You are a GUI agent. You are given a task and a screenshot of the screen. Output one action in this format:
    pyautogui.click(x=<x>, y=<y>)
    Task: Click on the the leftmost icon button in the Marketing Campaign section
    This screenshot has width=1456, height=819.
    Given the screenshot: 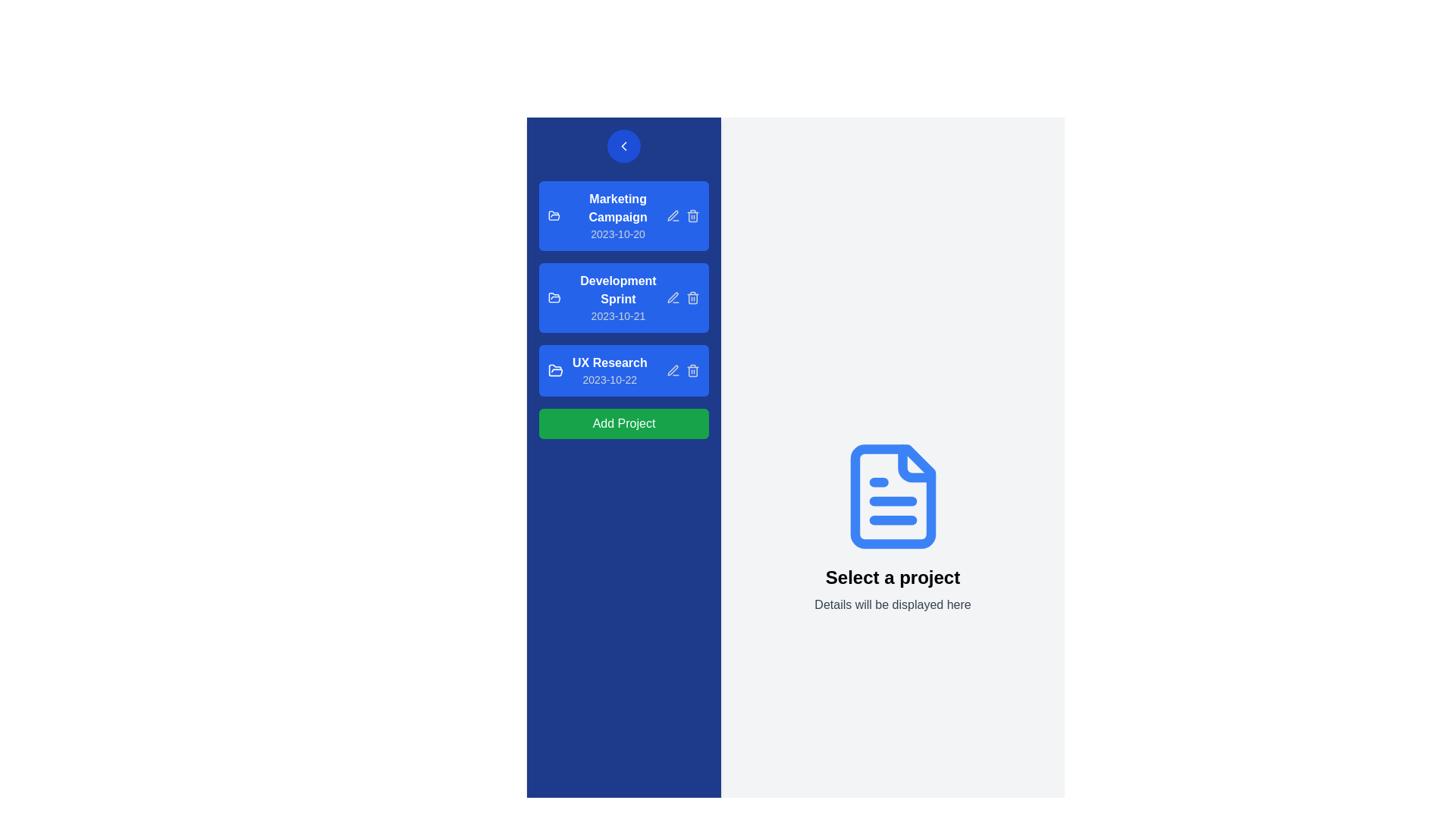 What is the action you would take?
    pyautogui.click(x=673, y=216)
    